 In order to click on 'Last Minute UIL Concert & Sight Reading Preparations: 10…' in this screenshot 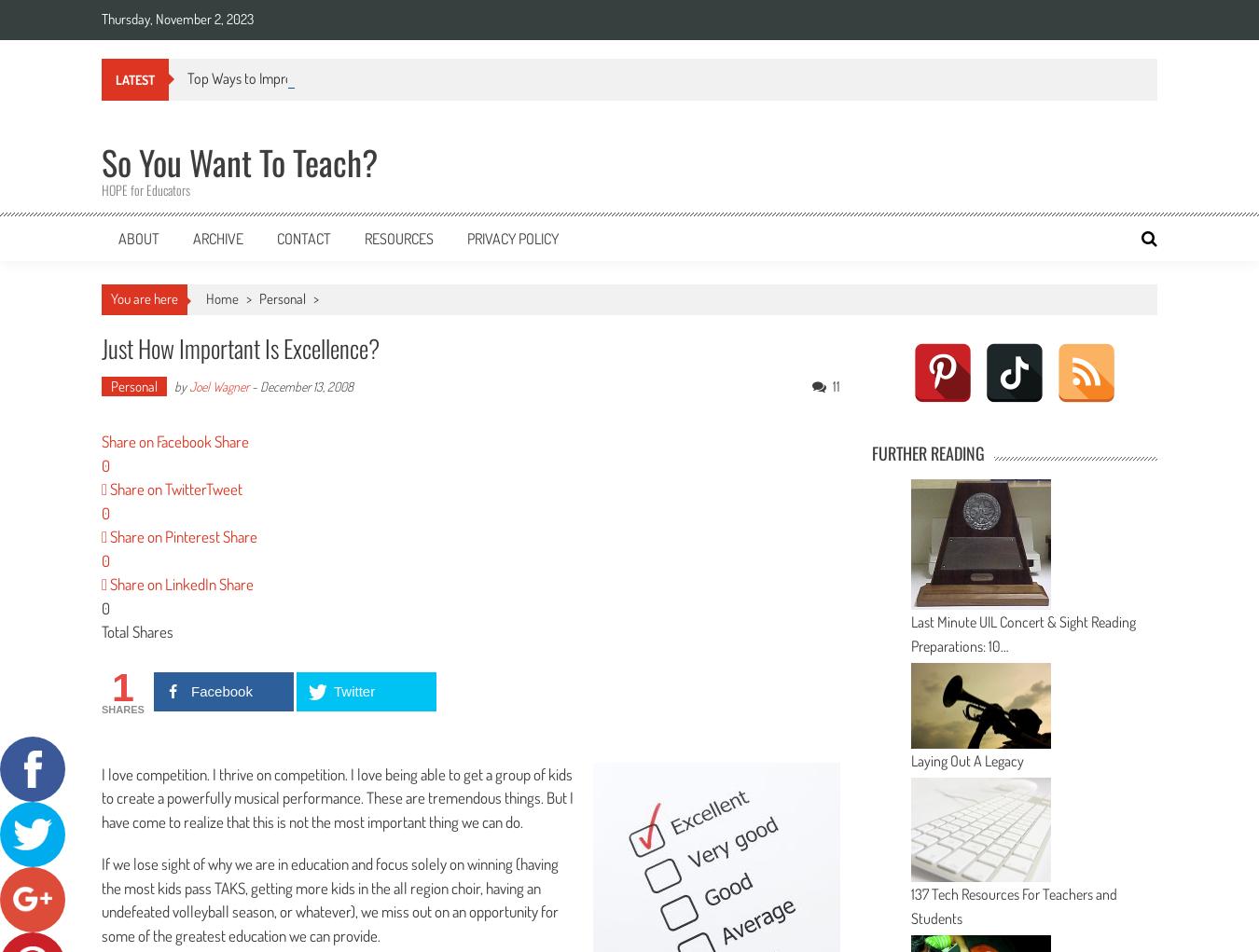, I will do `click(1023, 632)`.